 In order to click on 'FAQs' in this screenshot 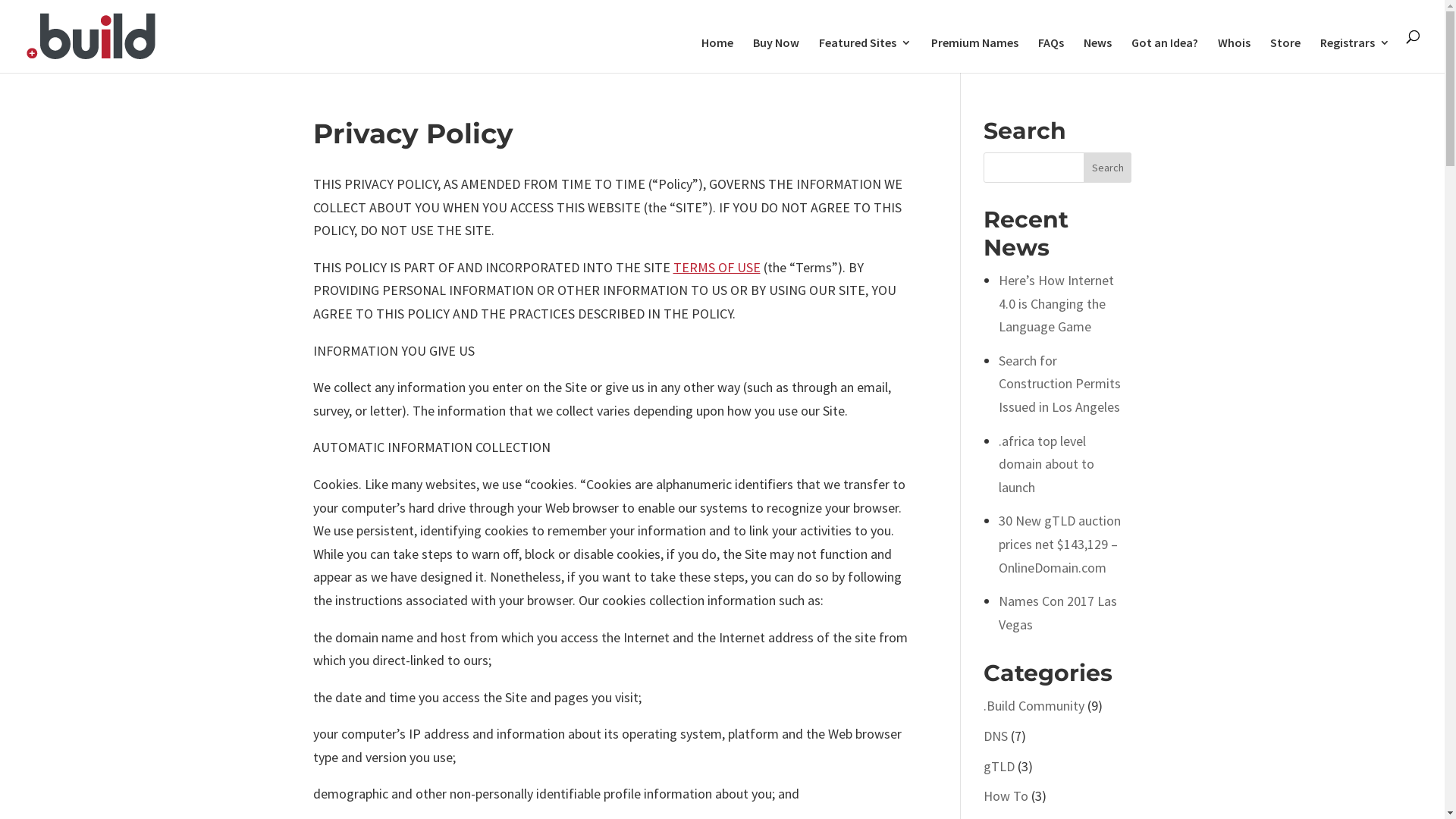, I will do `click(1050, 54)`.